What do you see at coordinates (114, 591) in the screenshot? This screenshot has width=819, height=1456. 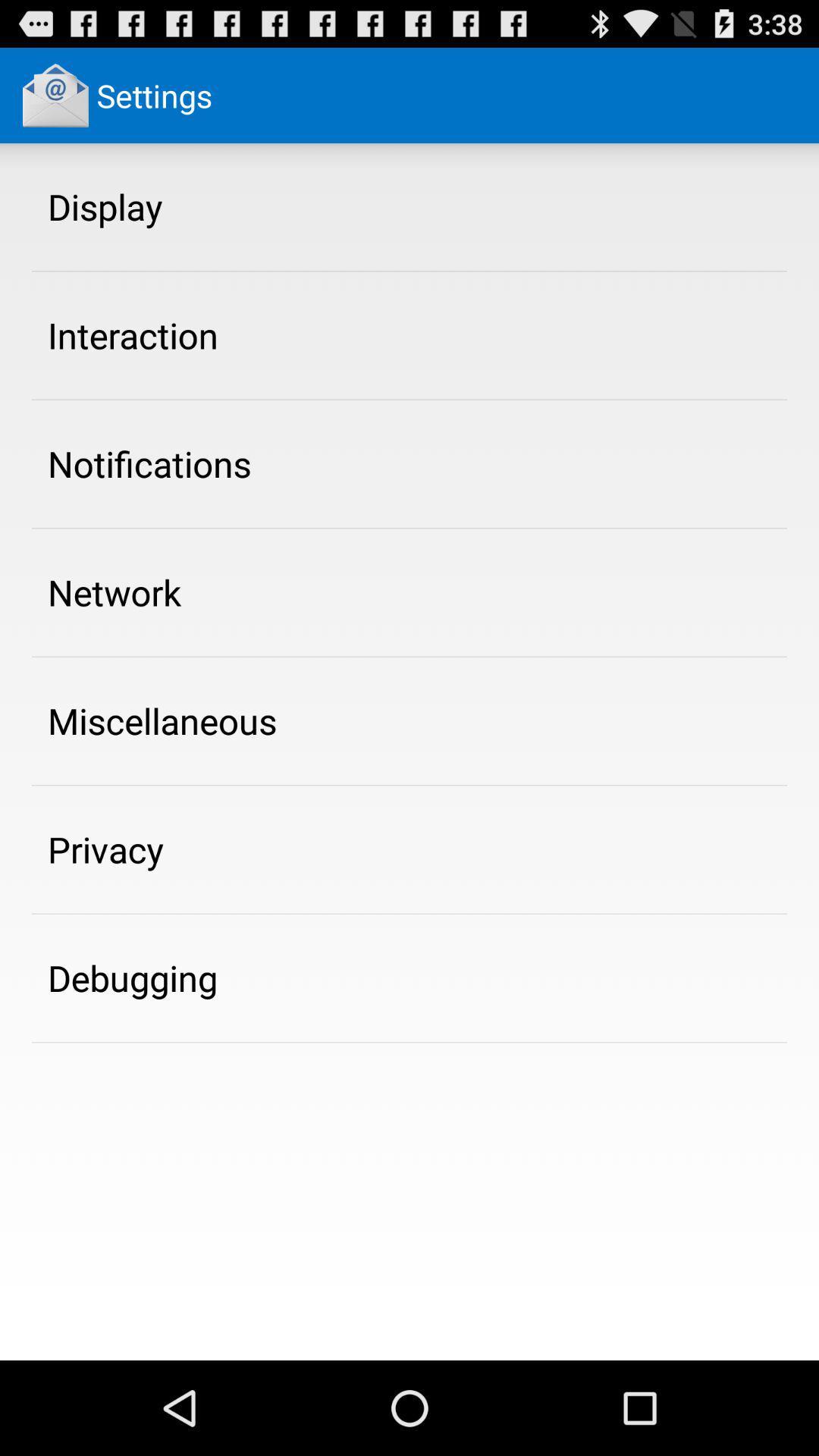 I see `network item` at bounding box center [114, 591].